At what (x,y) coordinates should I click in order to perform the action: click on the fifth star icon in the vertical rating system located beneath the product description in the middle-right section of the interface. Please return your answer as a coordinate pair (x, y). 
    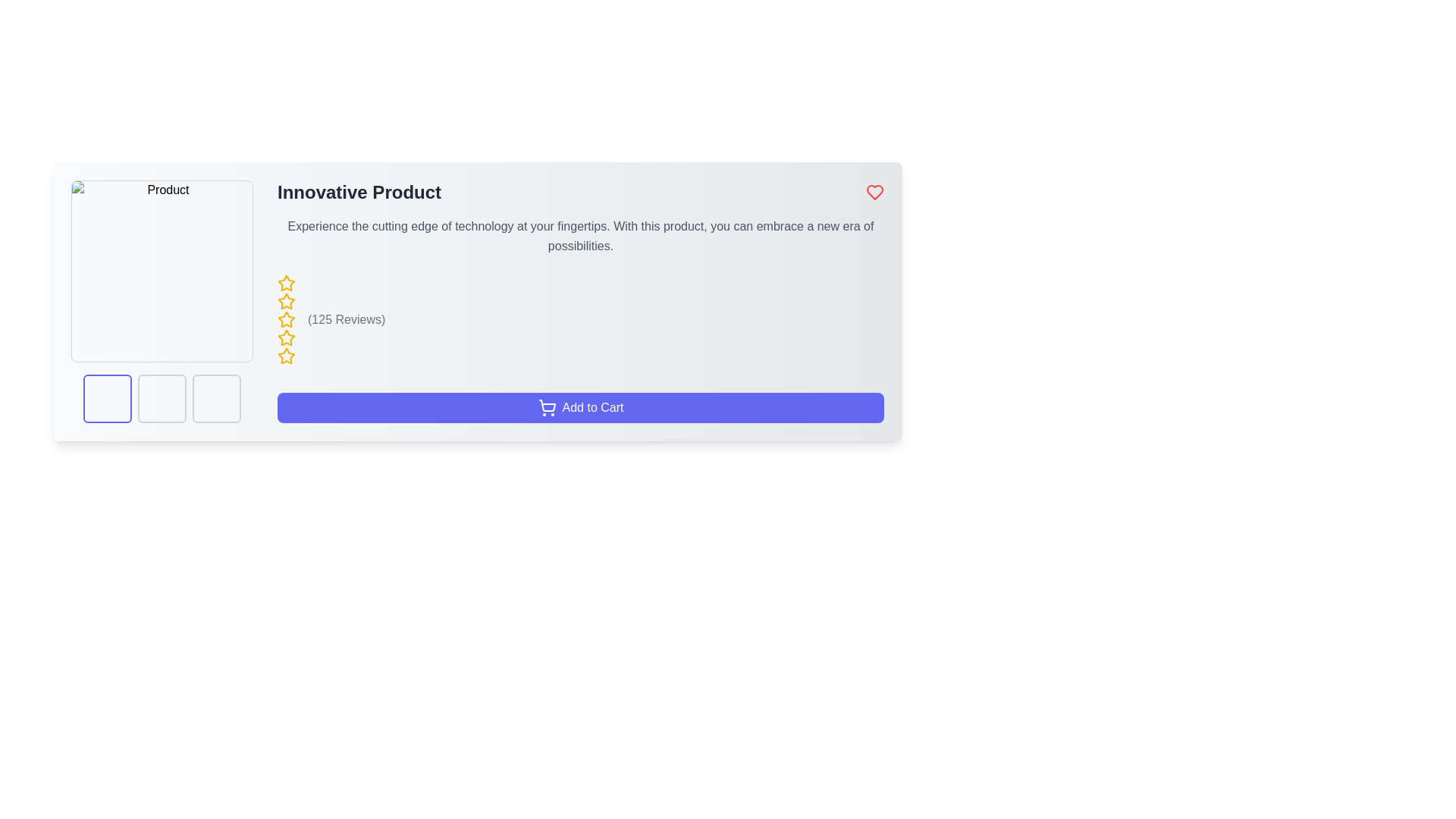
    Looking at the image, I should click on (287, 337).